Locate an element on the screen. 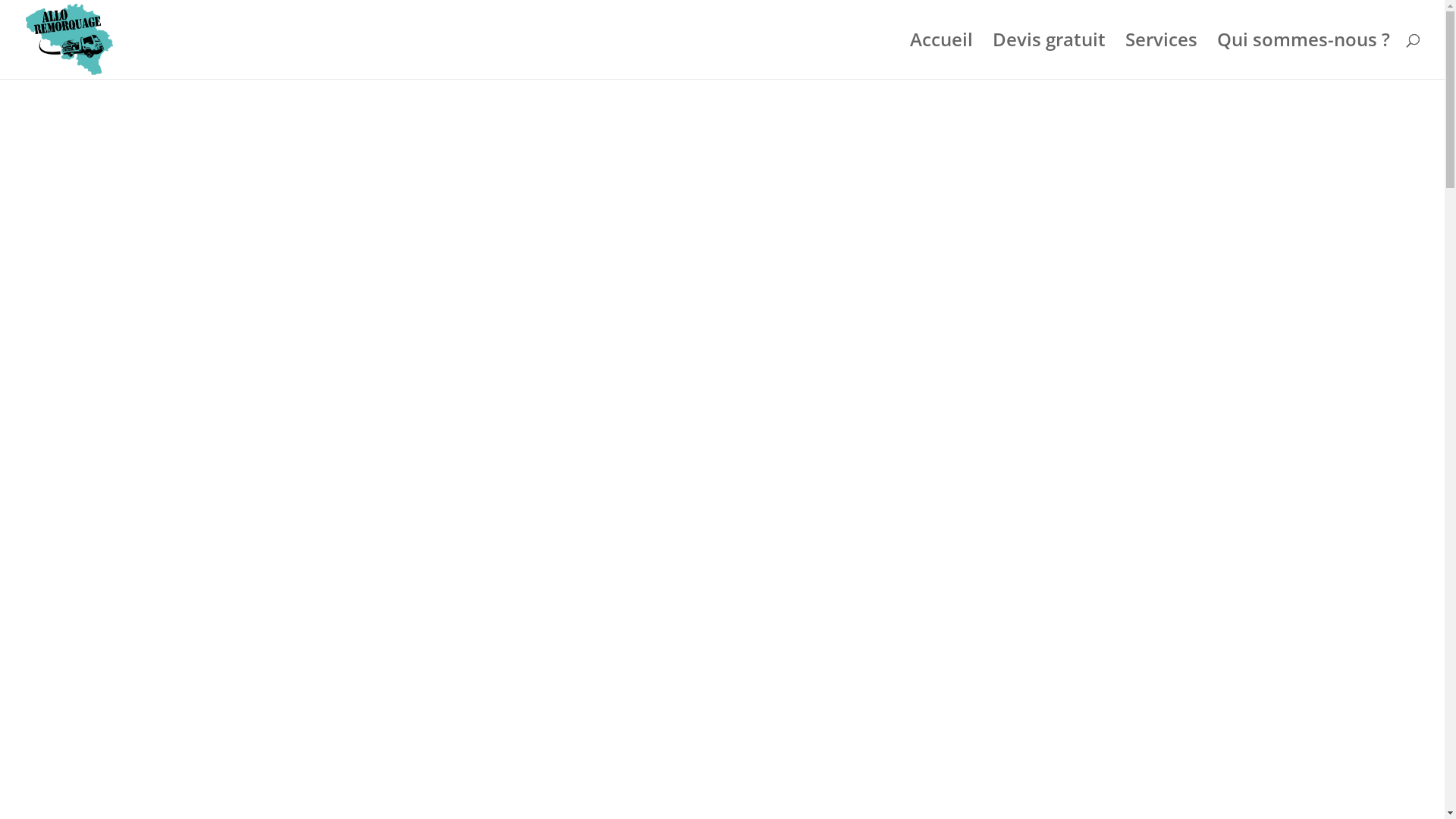 The width and height of the screenshot is (1456, 819). 'Services' is located at coordinates (1160, 55).